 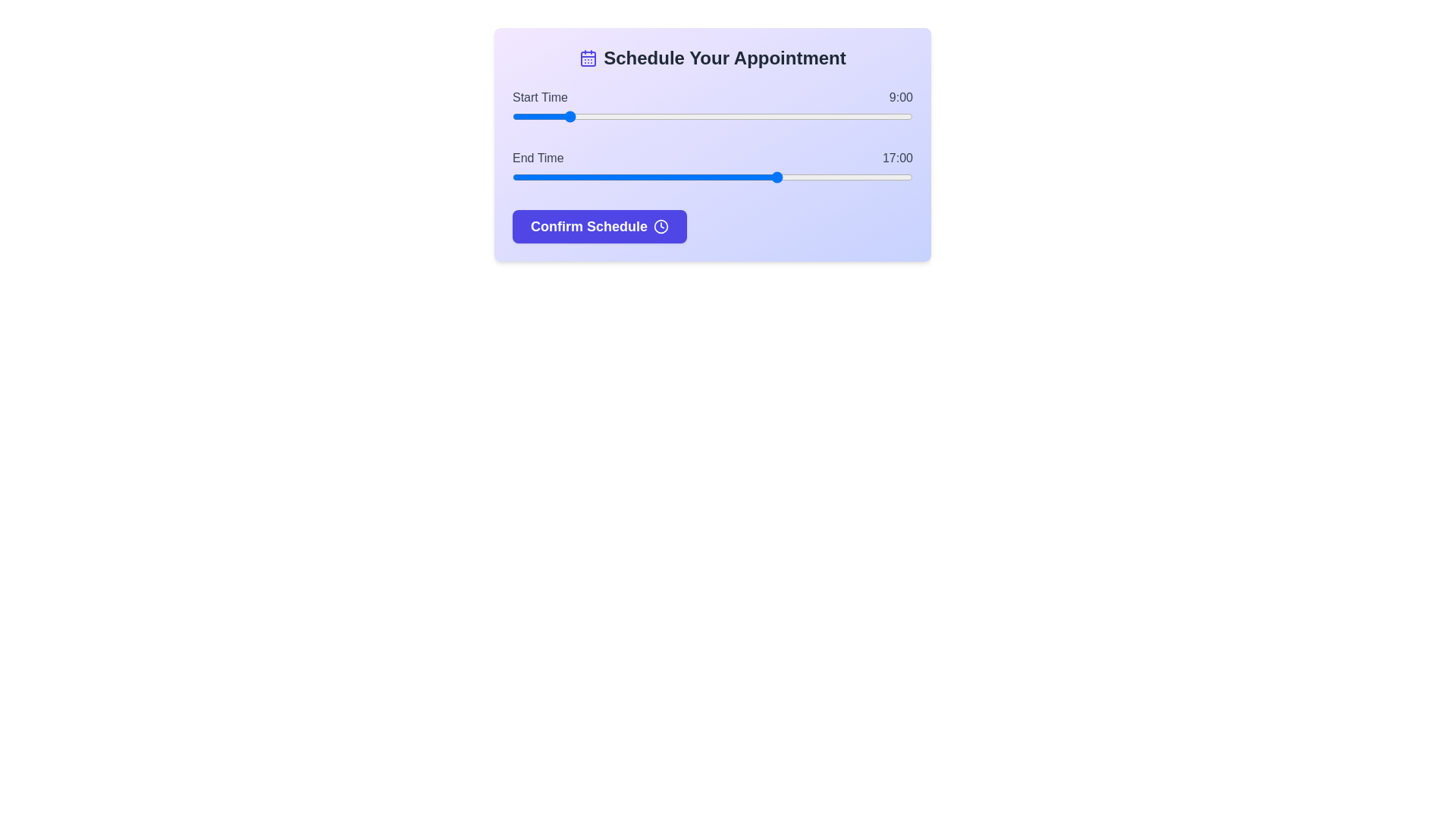 What do you see at coordinates (645, 177) in the screenshot?
I see `the end time slider to 12 hours` at bounding box center [645, 177].